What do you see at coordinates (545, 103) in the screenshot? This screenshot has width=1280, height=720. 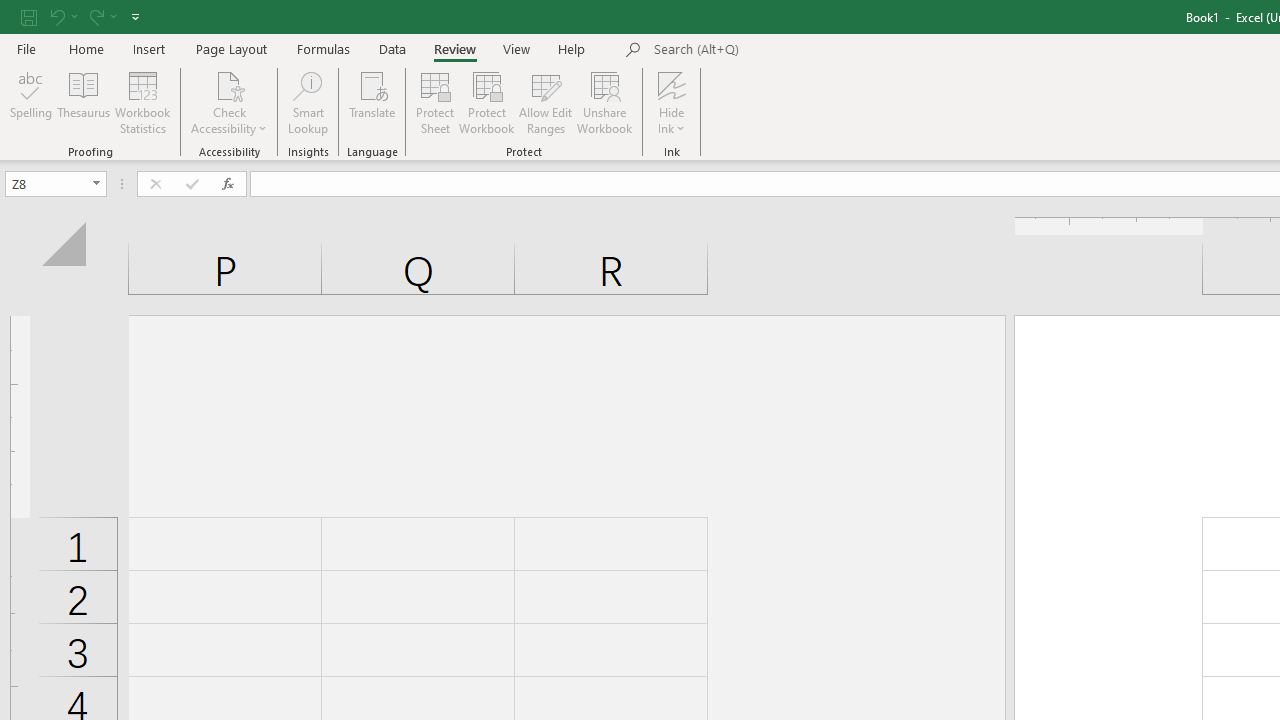 I see `'Allow Edit Ranges'` at bounding box center [545, 103].